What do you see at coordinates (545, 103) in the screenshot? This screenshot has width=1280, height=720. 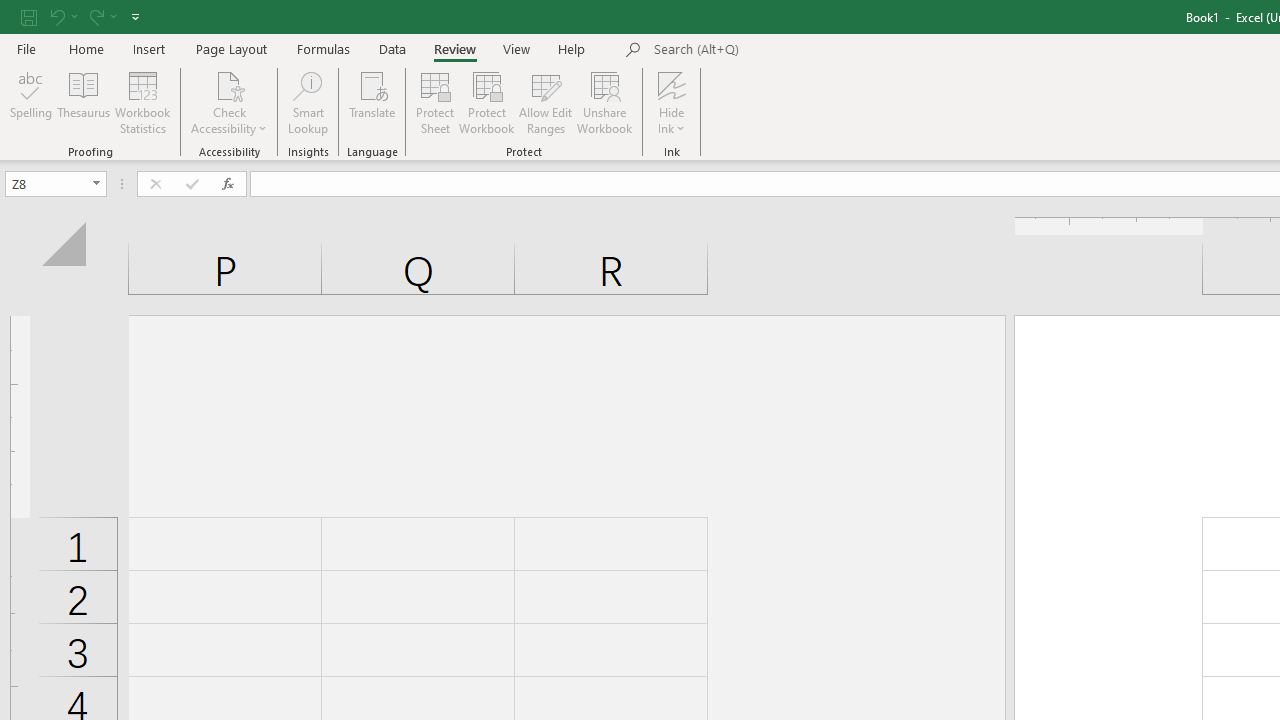 I see `'Allow Edit Ranges'` at bounding box center [545, 103].